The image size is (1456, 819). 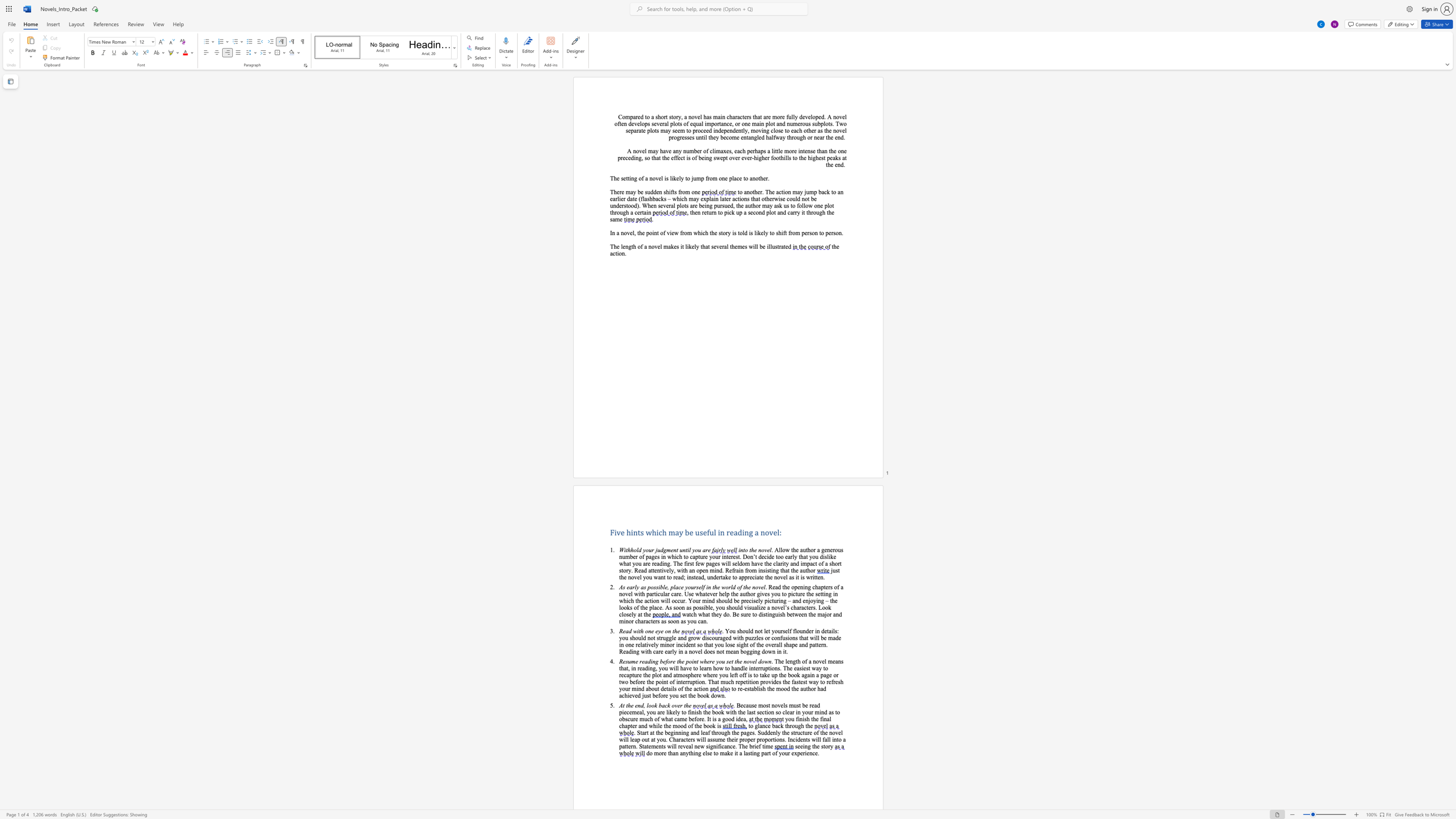 What do you see at coordinates (704, 137) in the screenshot?
I see `the subset text "l they become entangled halfway through o" within the text "independently, moving close to each other as the novel progresses until they become entangled halfway through or near the end."` at bounding box center [704, 137].